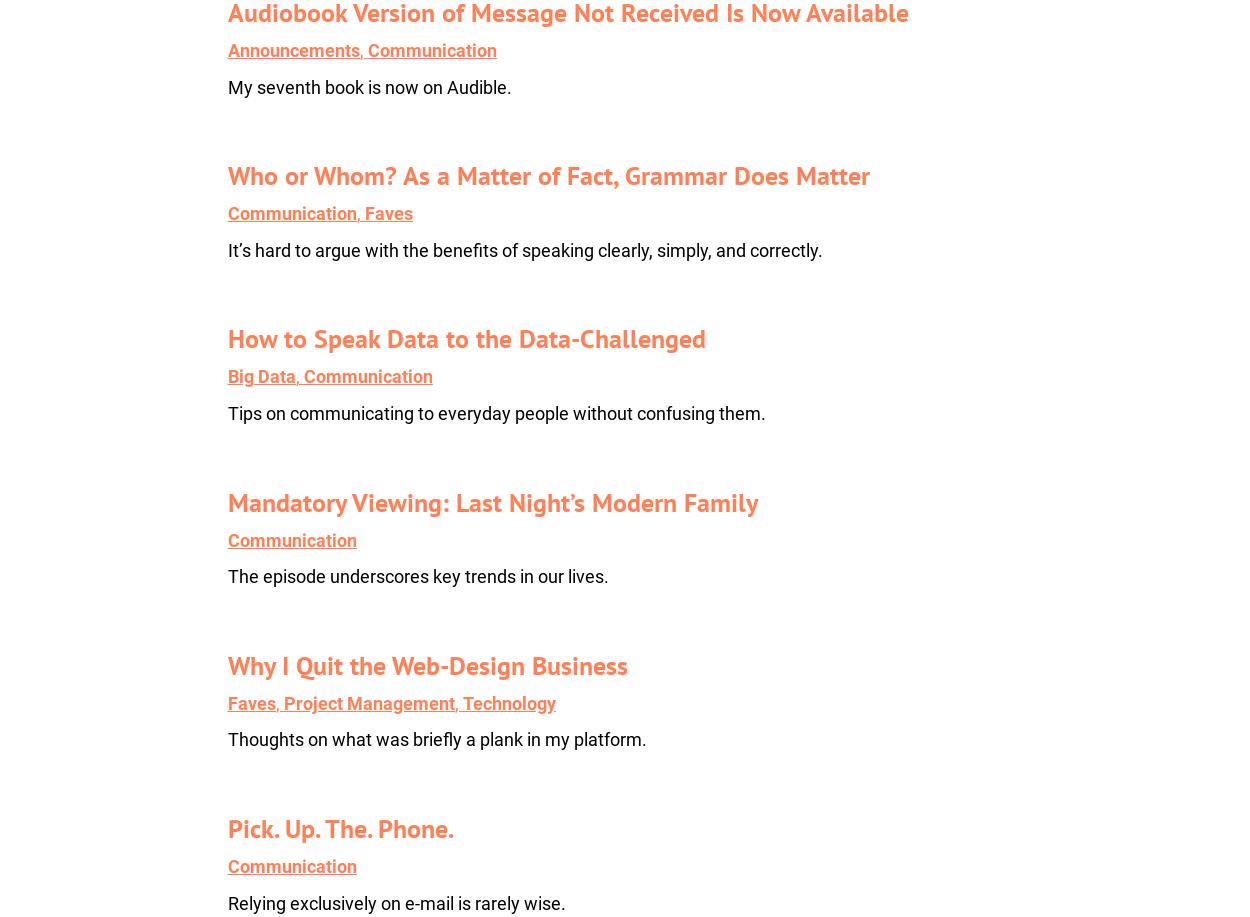 This screenshot has width=1250, height=917. Describe the element at coordinates (436, 738) in the screenshot. I see `'Thoughts on what was briefly a plank in my platform.'` at that location.